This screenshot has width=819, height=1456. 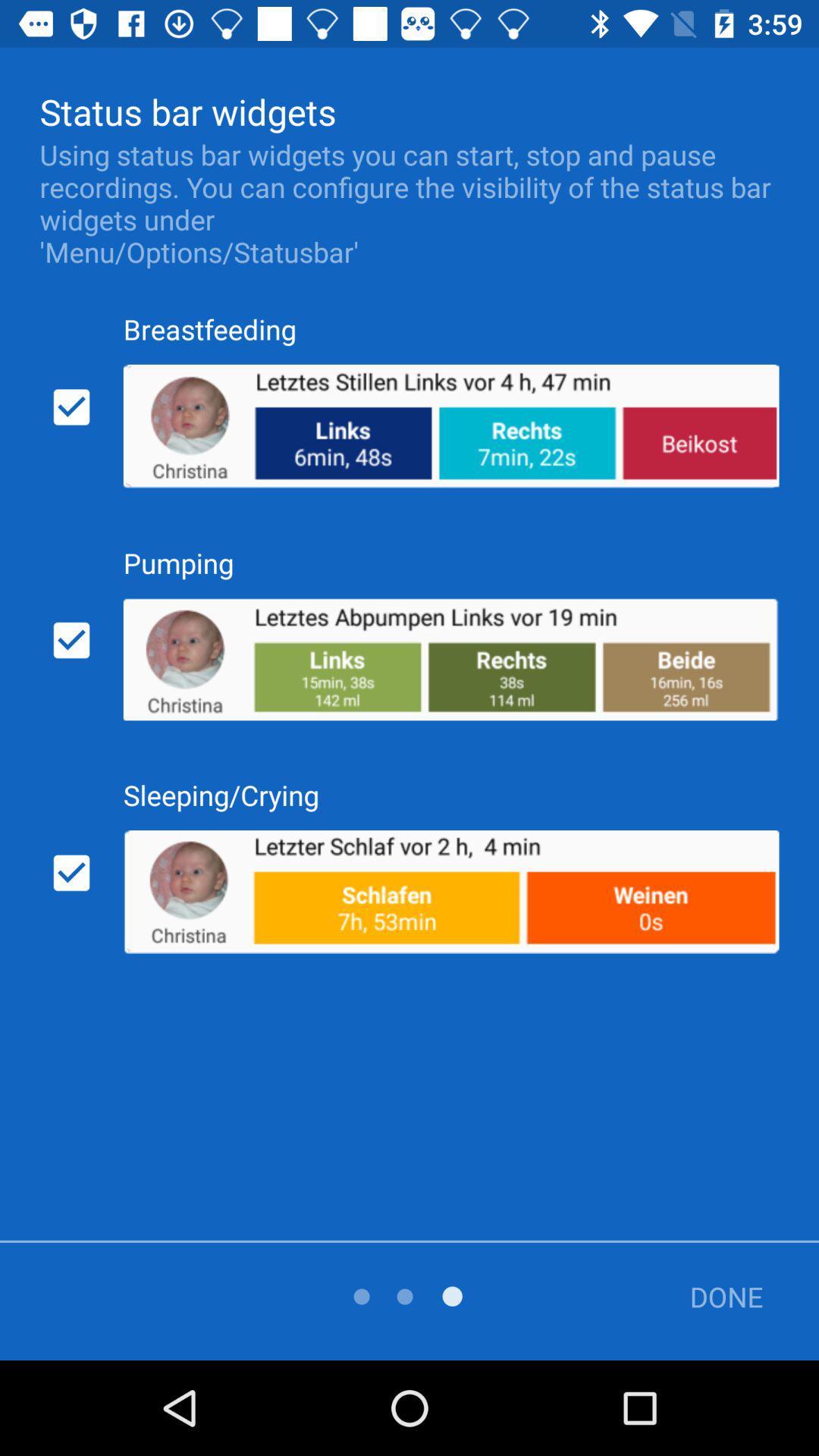 I want to click on deselect option, so click(x=71, y=407).